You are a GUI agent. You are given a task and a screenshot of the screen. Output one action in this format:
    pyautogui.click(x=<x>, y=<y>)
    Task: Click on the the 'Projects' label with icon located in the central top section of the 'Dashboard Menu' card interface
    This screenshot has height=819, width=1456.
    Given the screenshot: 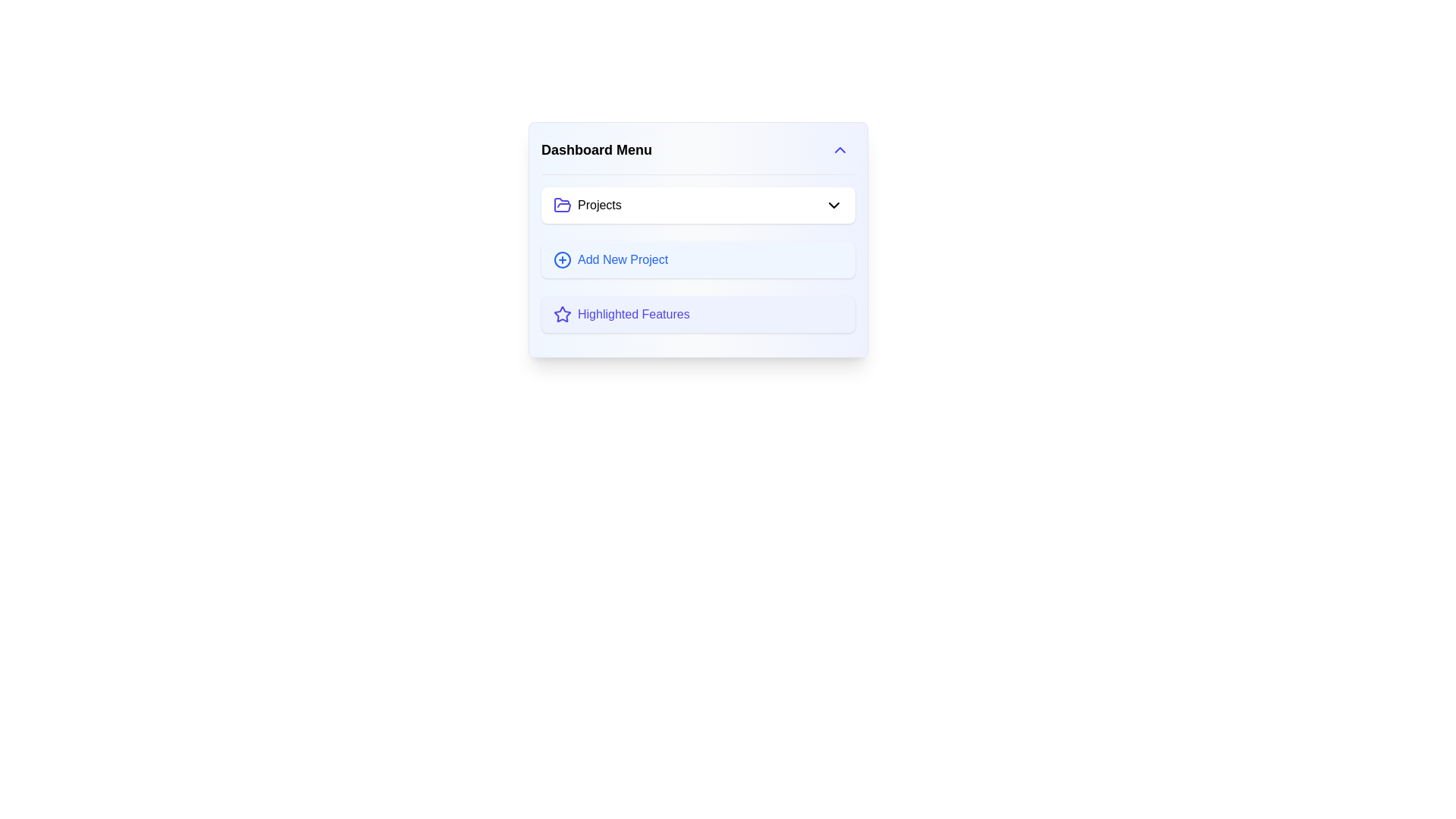 What is the action you would take?
    pyautogui.click(x=586, y=205)
    